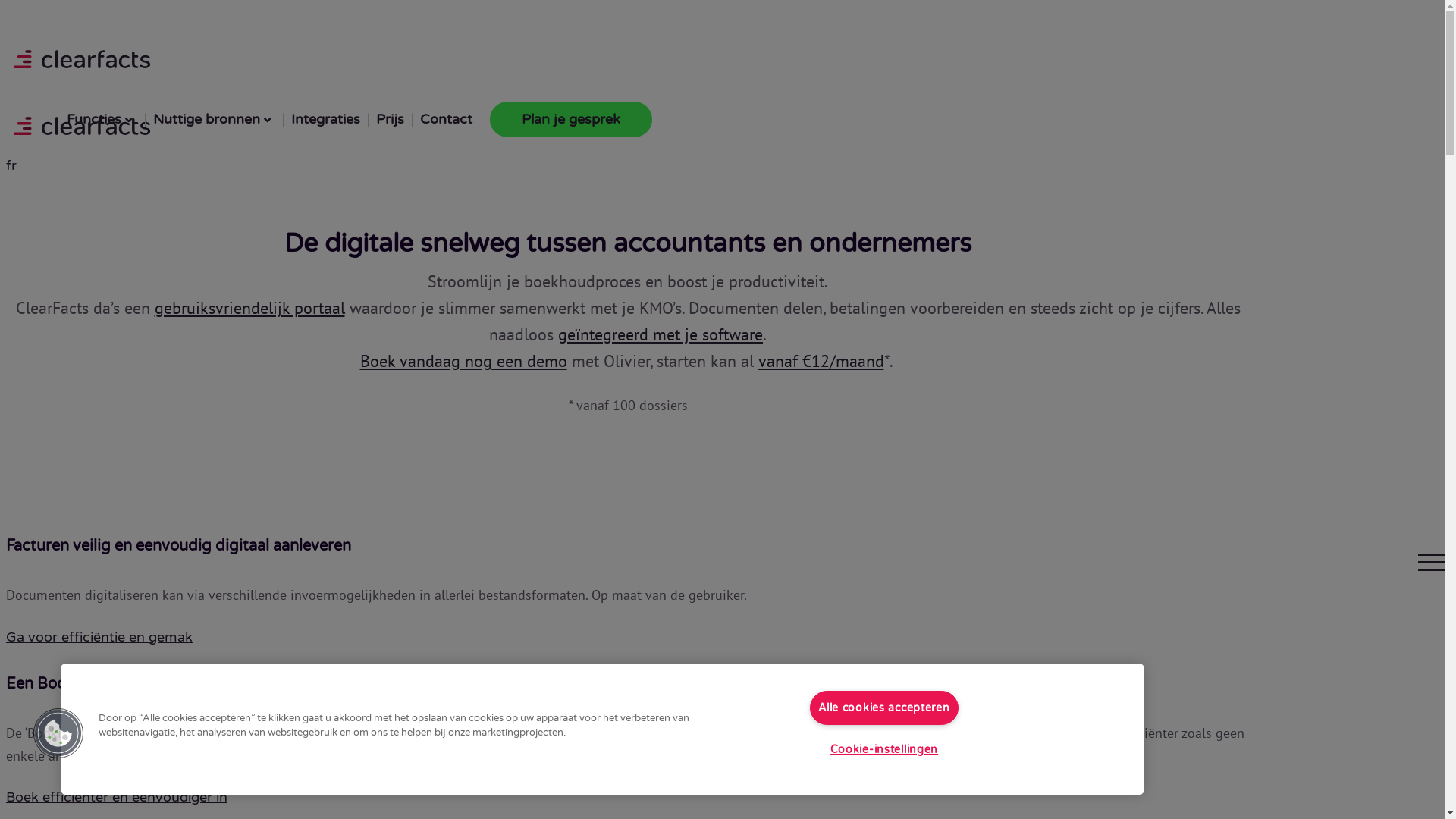  What do you see at coordinates (884, 748) in the screenshot?
I see `'Cookie-instellingen'` at bounding box center [884, 748].